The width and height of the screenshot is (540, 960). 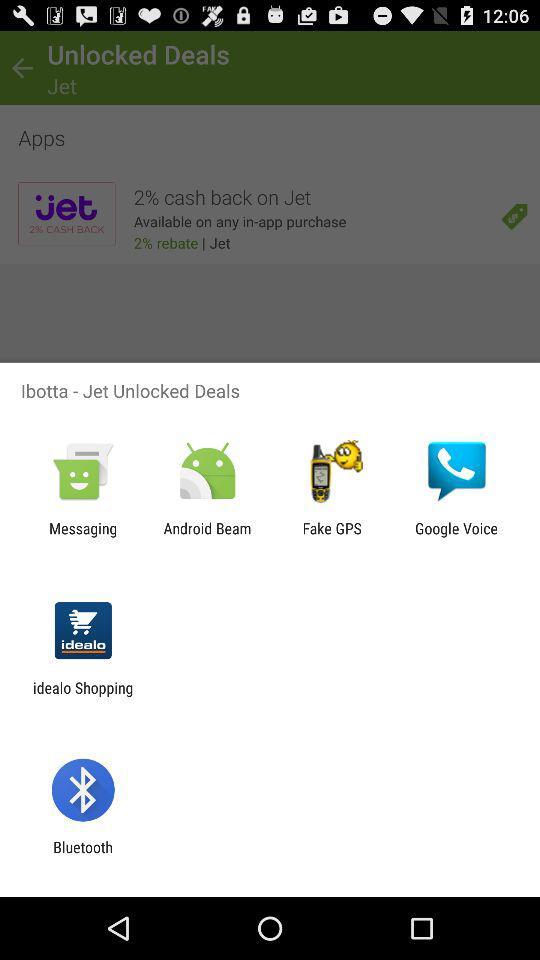 What do you see at coordinates (82, 536) in the screenshot?
I see `the app next to android beam item` at bounding box center [82, 536].